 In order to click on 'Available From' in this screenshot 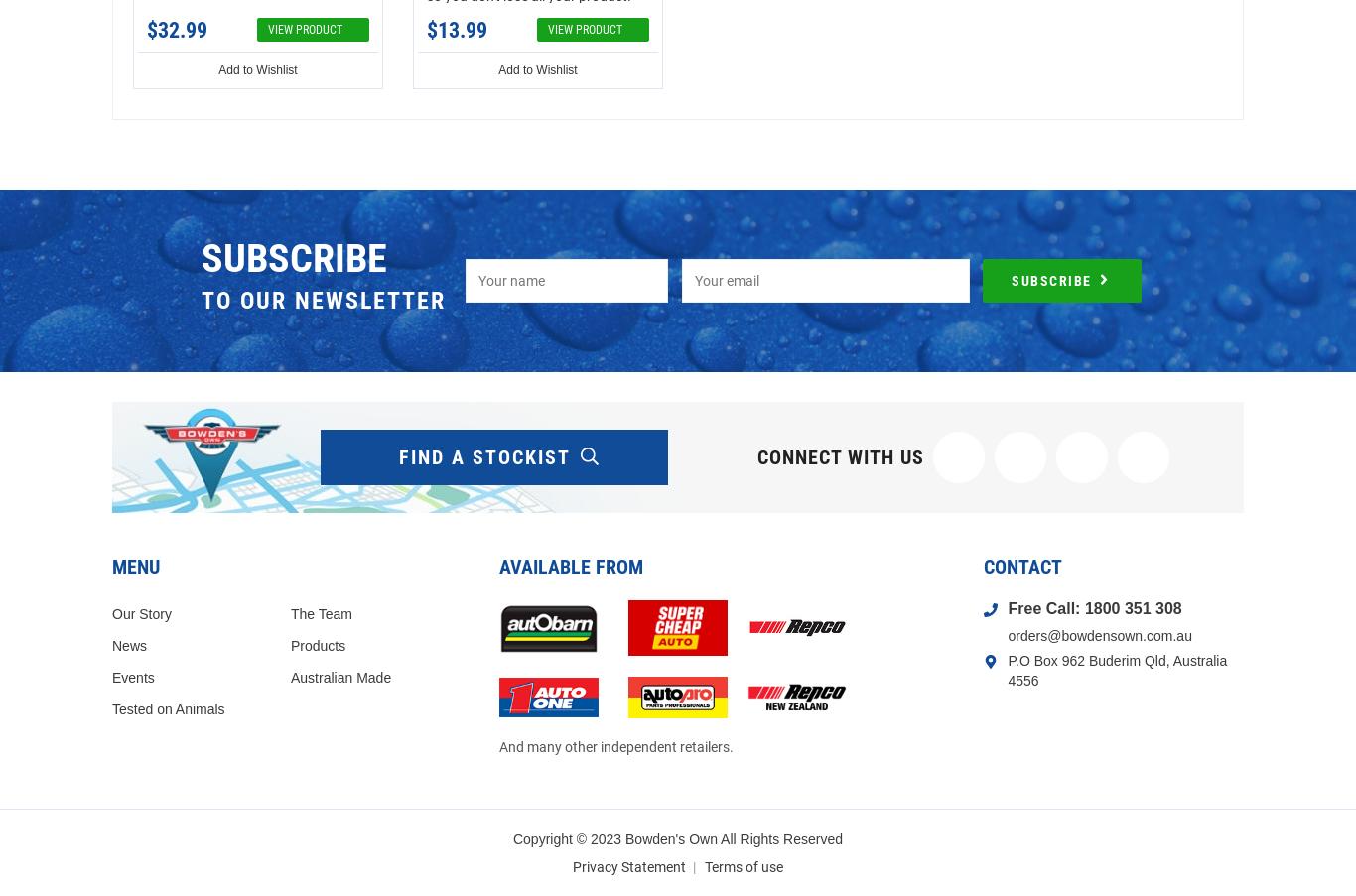, I will do `click(570, 565)`.